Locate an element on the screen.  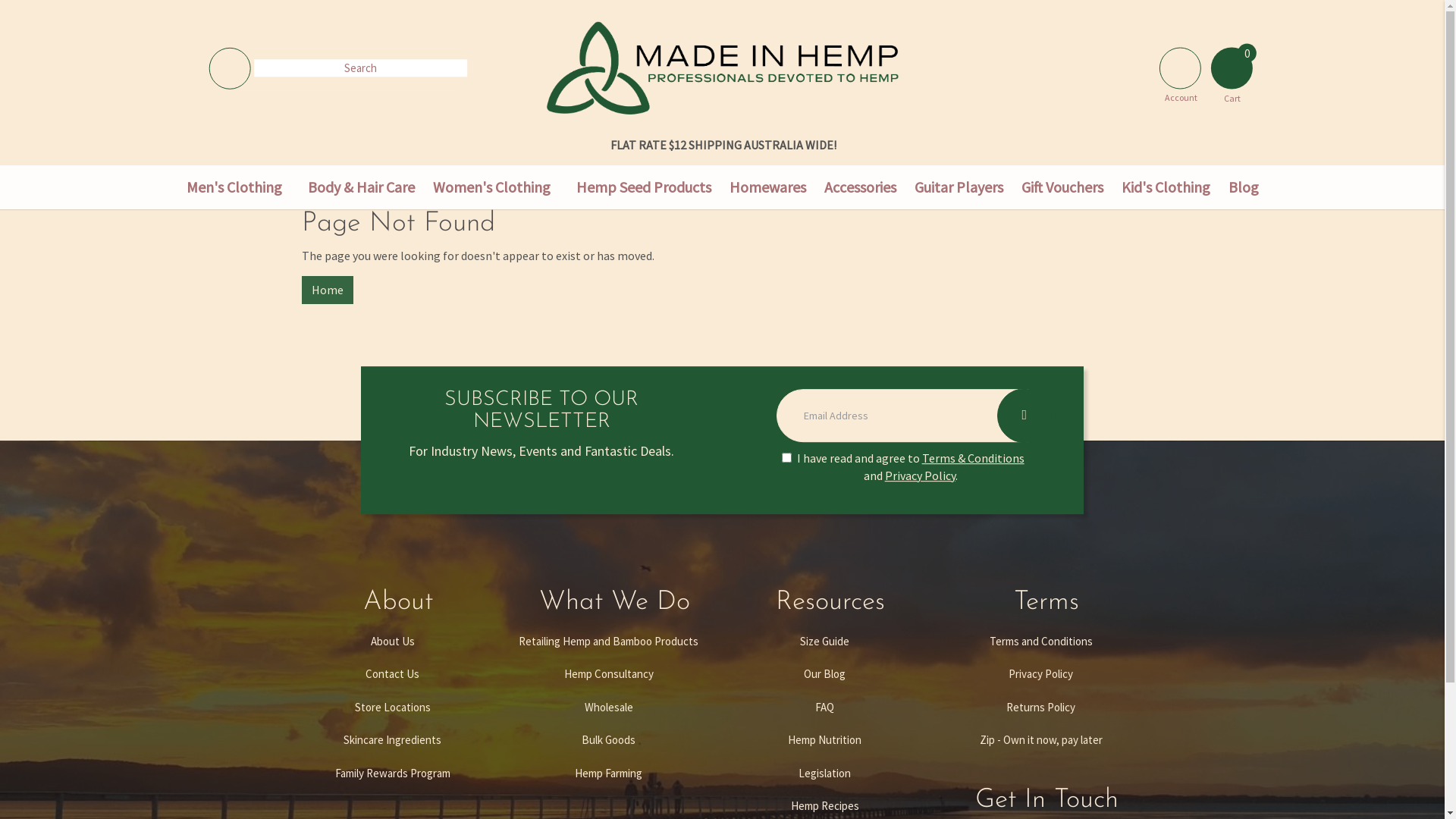
'Bulk Goods' is located at coordinates (608, 739).